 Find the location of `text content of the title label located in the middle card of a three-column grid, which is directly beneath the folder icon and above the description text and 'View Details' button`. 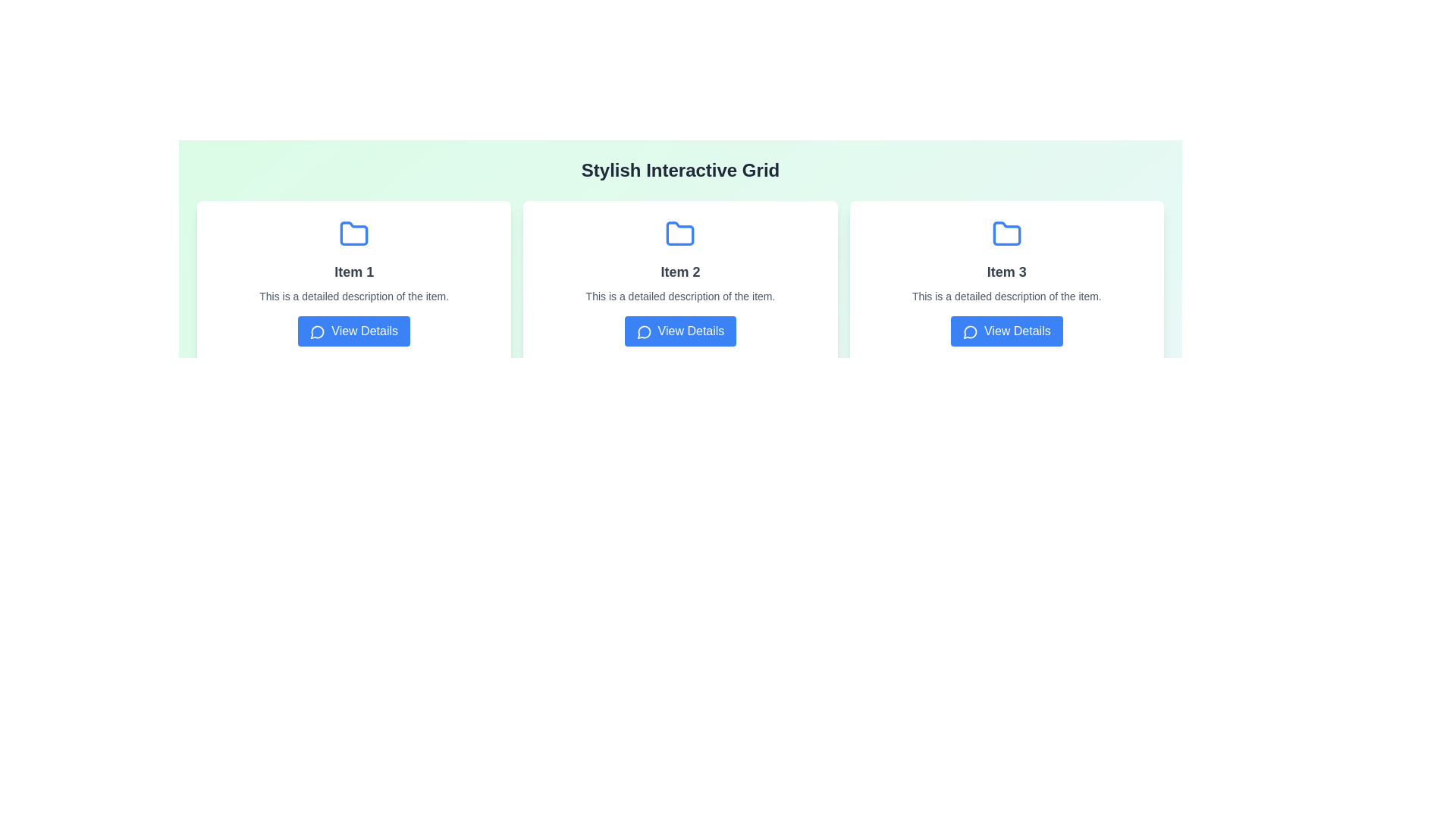

text content of the title label located in the middle card of a three-column grid, which is directly beneath the folder icon and above the description text and 'View Details' button is located at coordinates (679, 271).